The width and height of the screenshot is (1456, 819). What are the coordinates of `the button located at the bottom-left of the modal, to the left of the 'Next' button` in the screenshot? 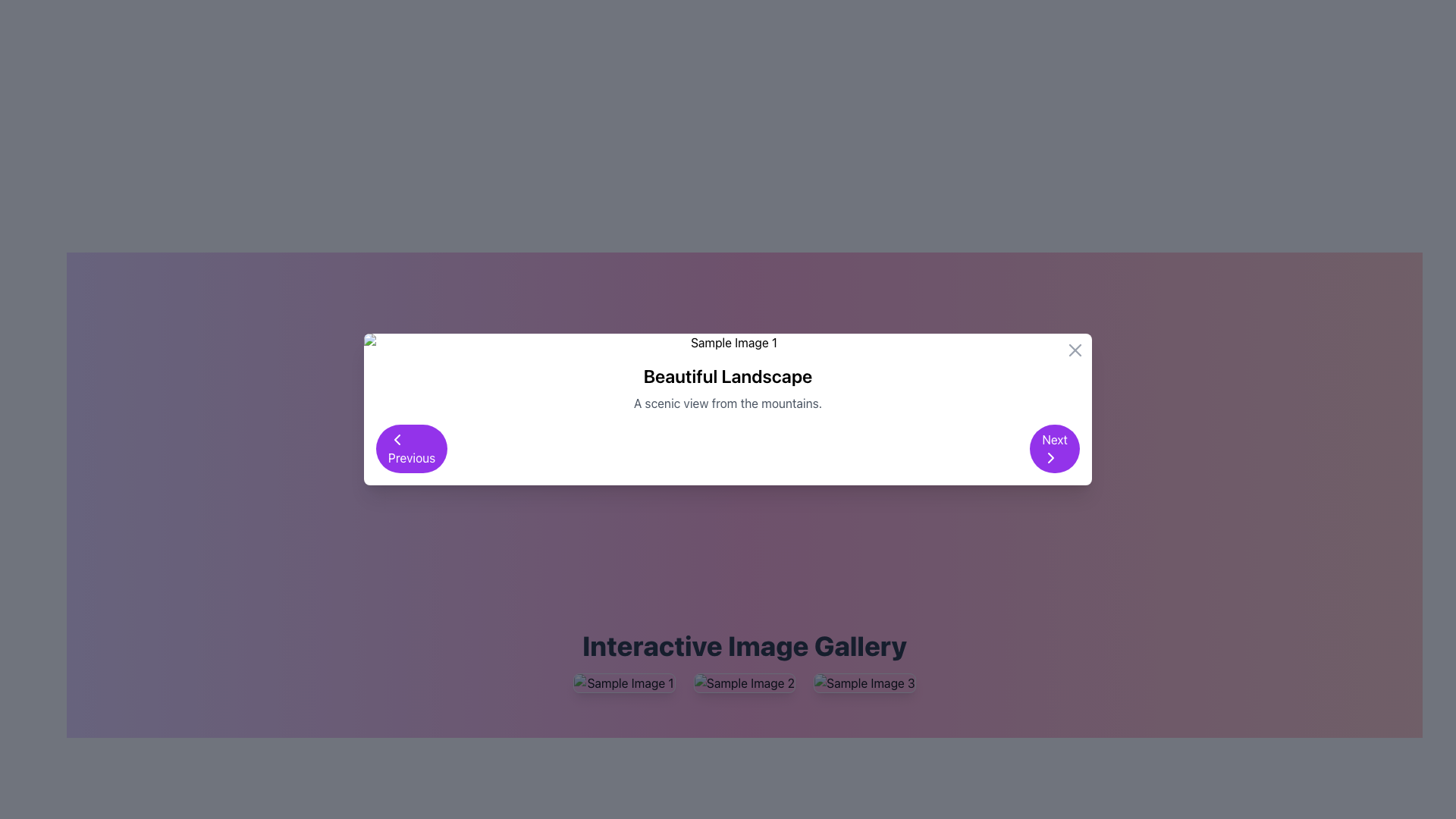 It's located at (412, 447).